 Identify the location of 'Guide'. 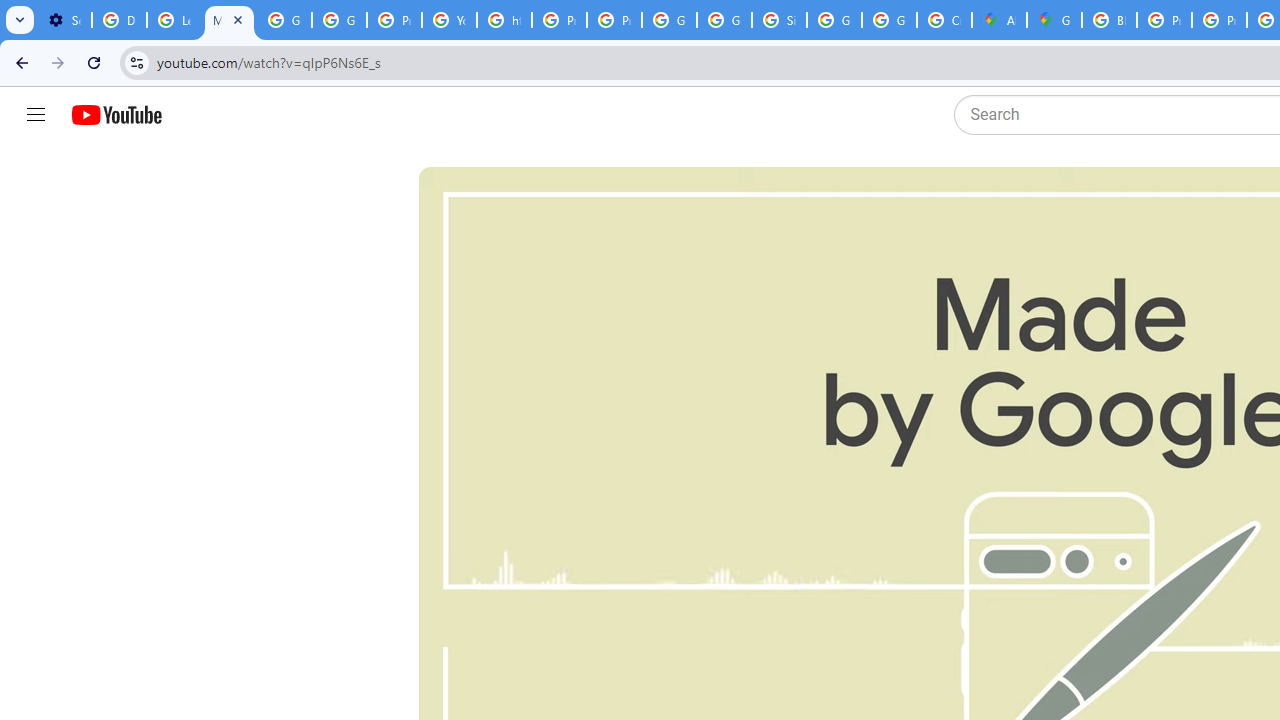
(35, 115).